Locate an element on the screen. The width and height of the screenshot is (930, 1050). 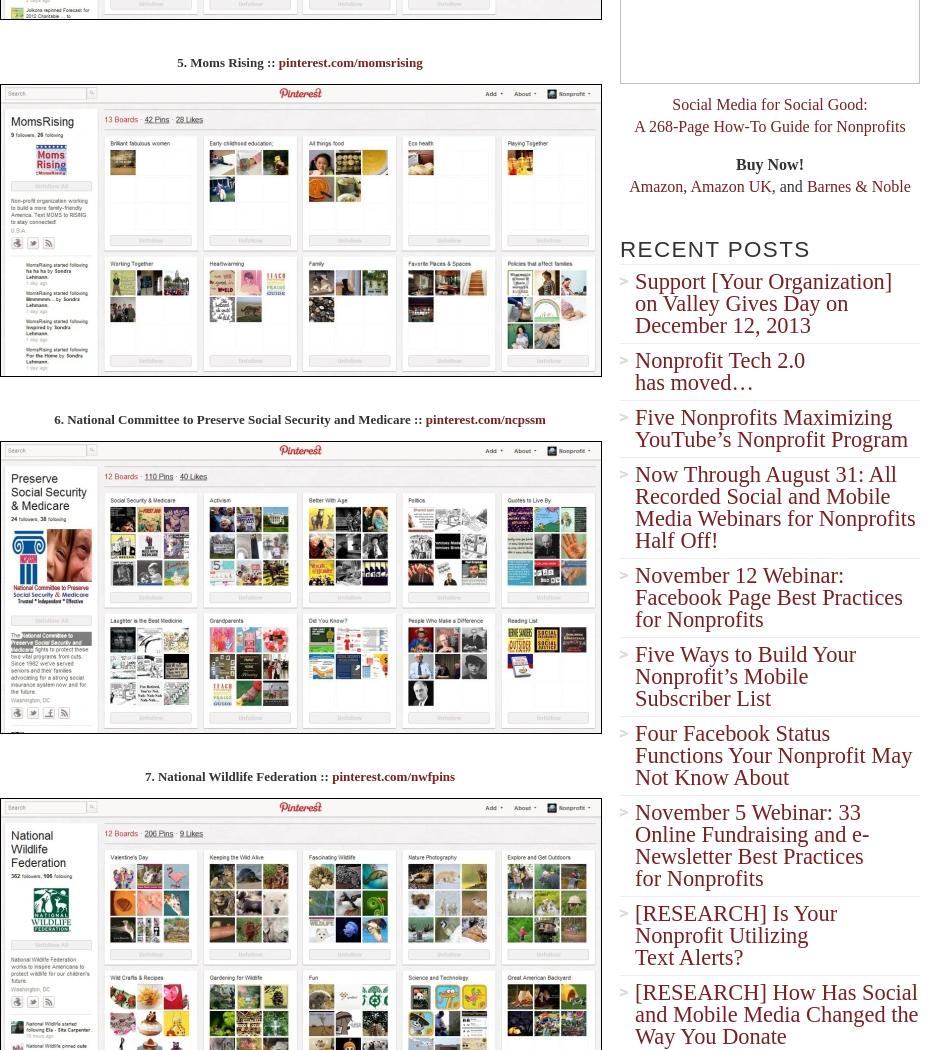
'November 5 Webinar: 33 Online Fundraising and e-Newsletter Best Practices for Nonprofits' is located at coordinates (751, 845).